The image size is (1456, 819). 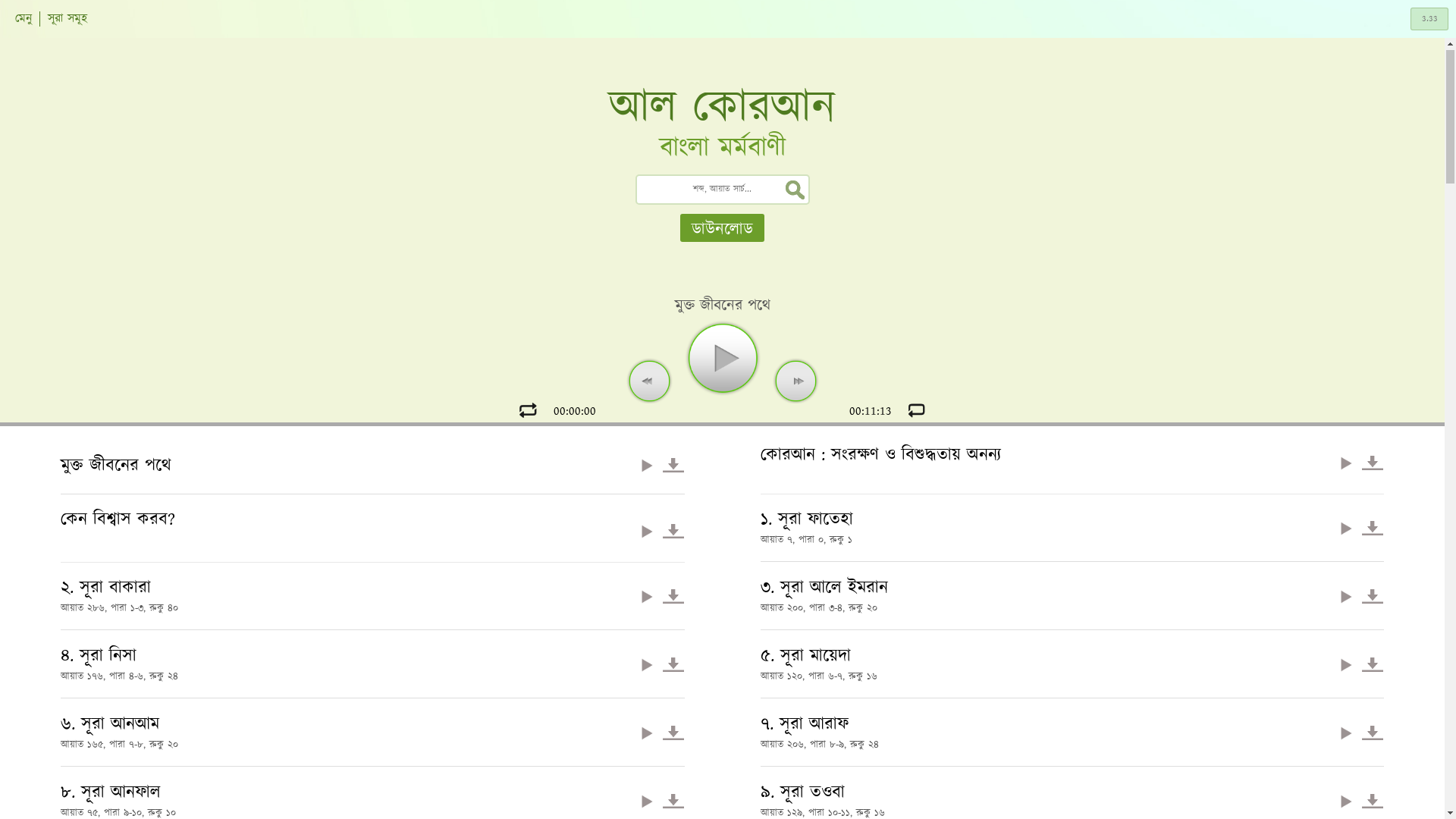 What do you see at coordinates (1372, 595) in the screenshot?
I see `'Download'` at bounding box center [1372, 595].